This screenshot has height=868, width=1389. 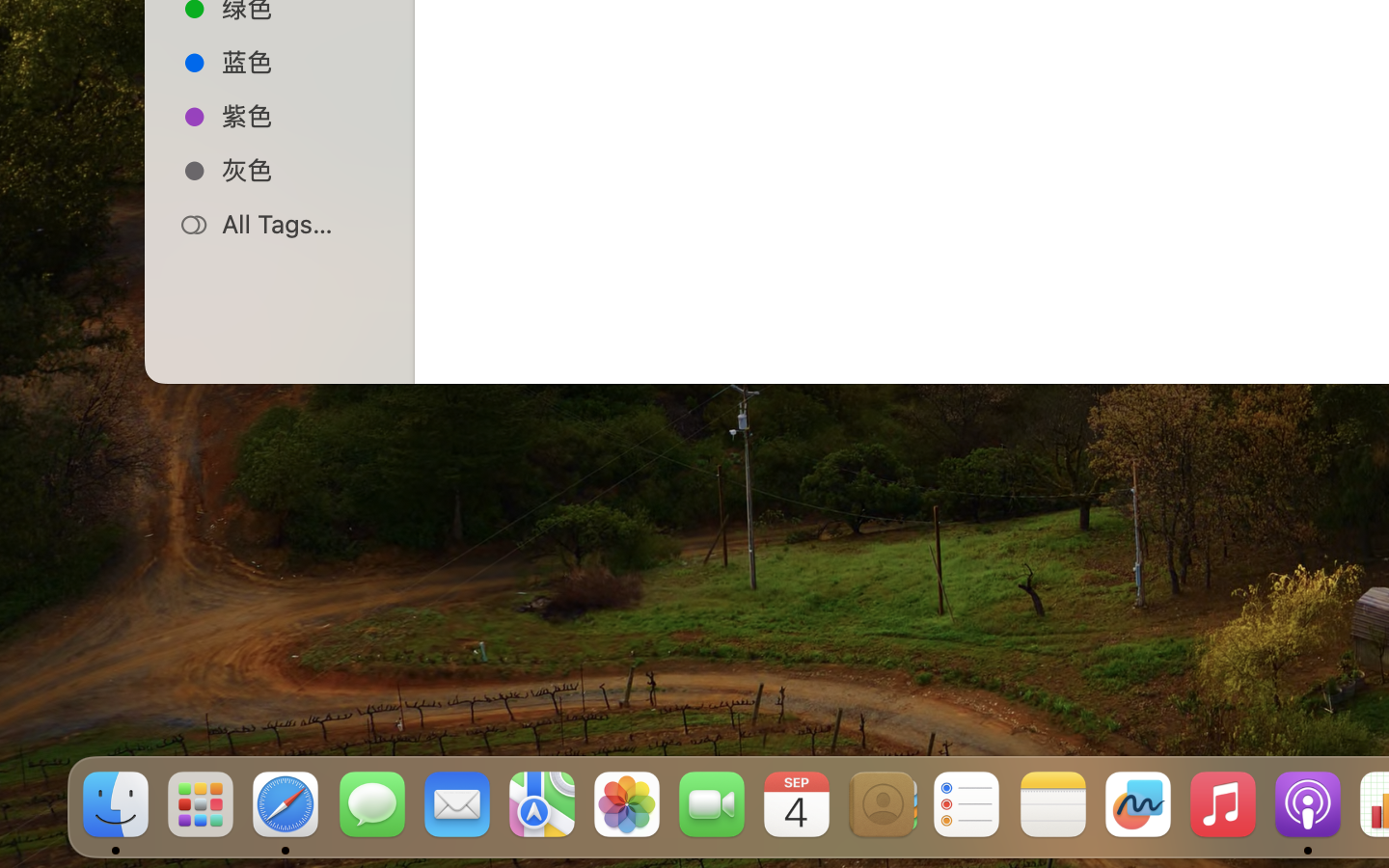 What do you see at coordinates (300, 223) in the screenshot?
I see `'All Tags…'` at bounding box center [300, 223].